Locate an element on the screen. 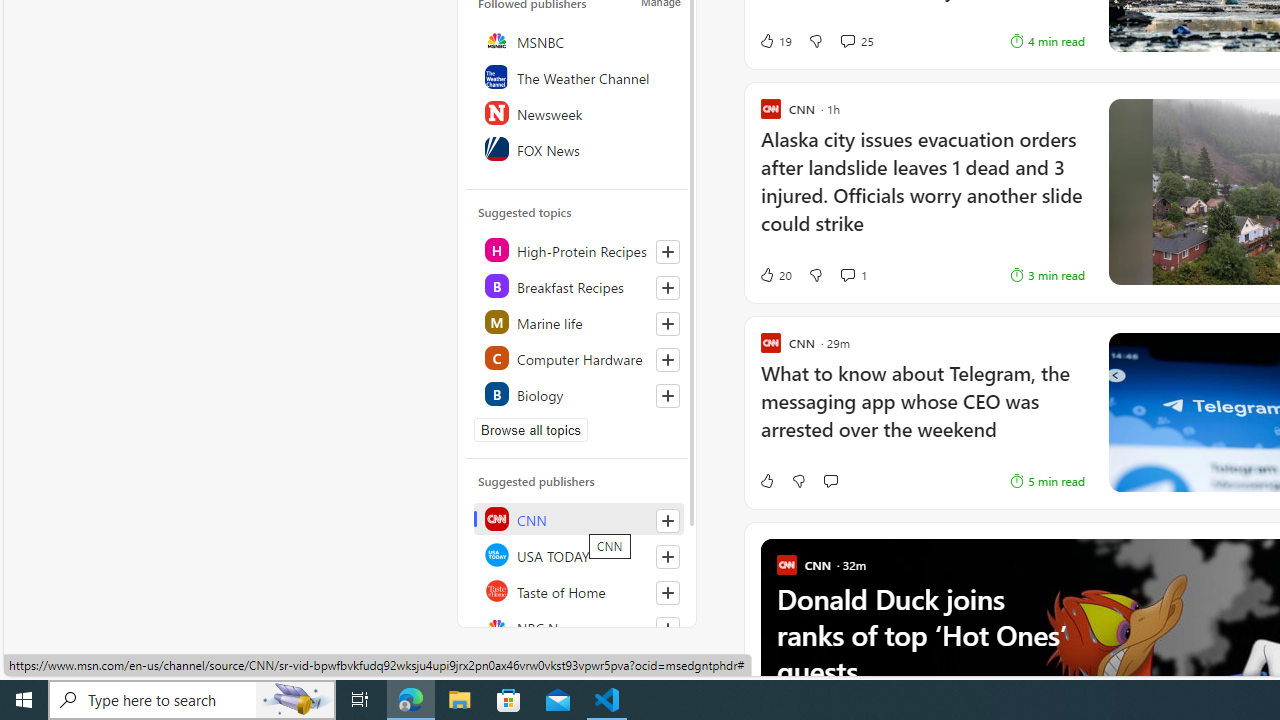 This screenshot has height=720, width=1280. 'Like' is located at coordinates (765, 480).